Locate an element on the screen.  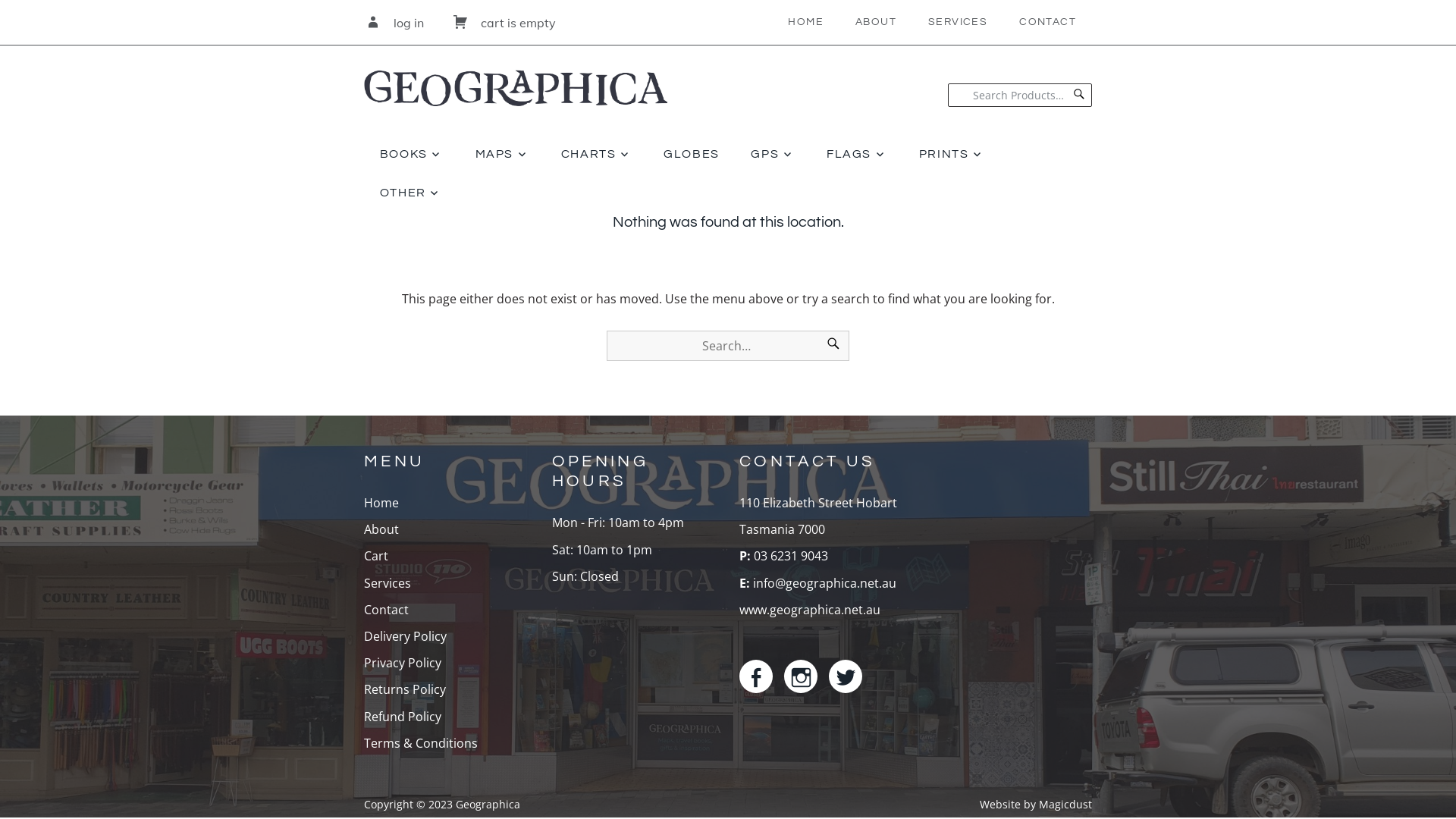
'03 6231 9043' is located at coordinates (789, 555).